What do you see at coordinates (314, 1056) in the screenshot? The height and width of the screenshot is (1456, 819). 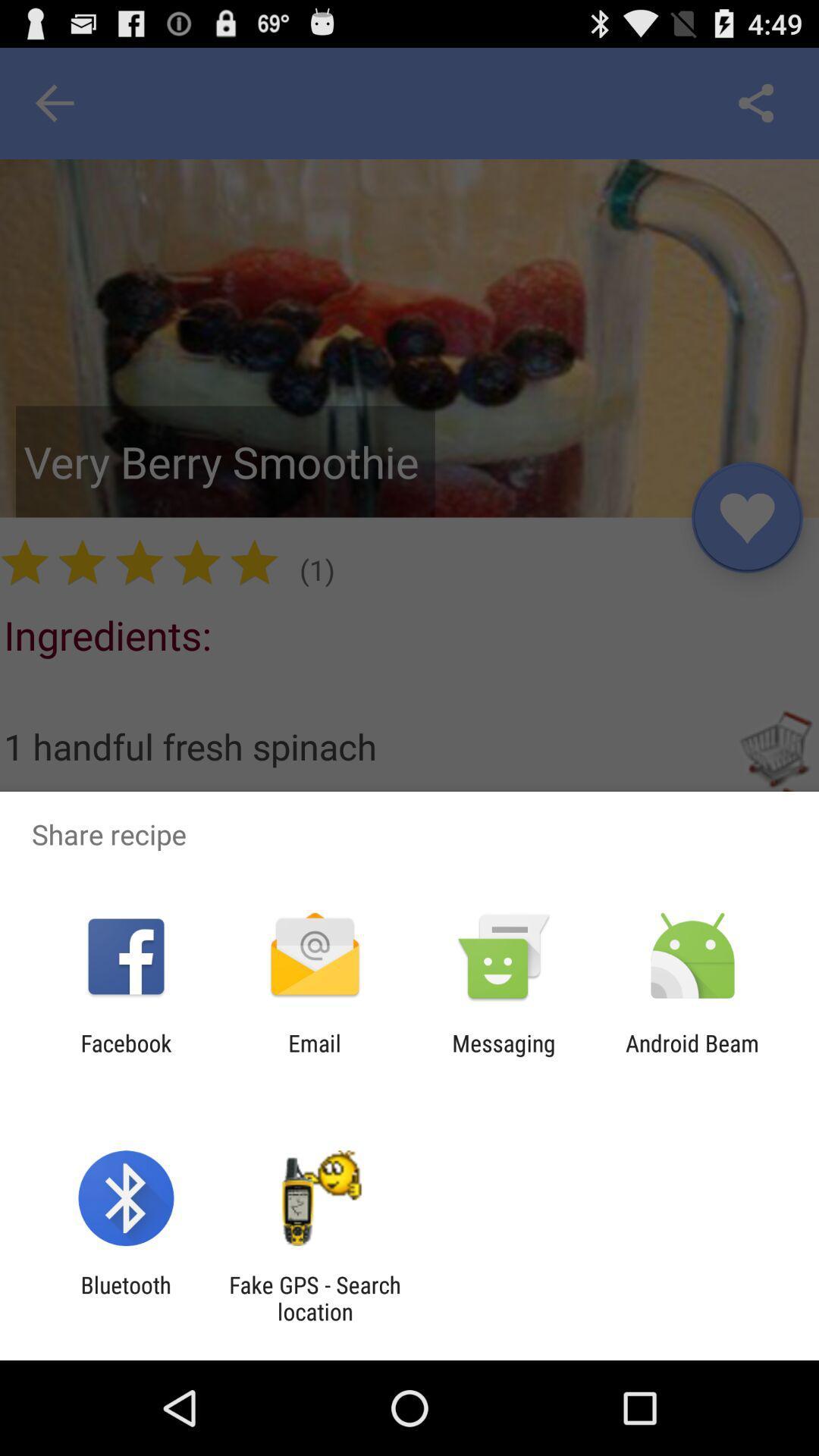 I see `item to the left of messaging app` at bounding box center [314, 1056].